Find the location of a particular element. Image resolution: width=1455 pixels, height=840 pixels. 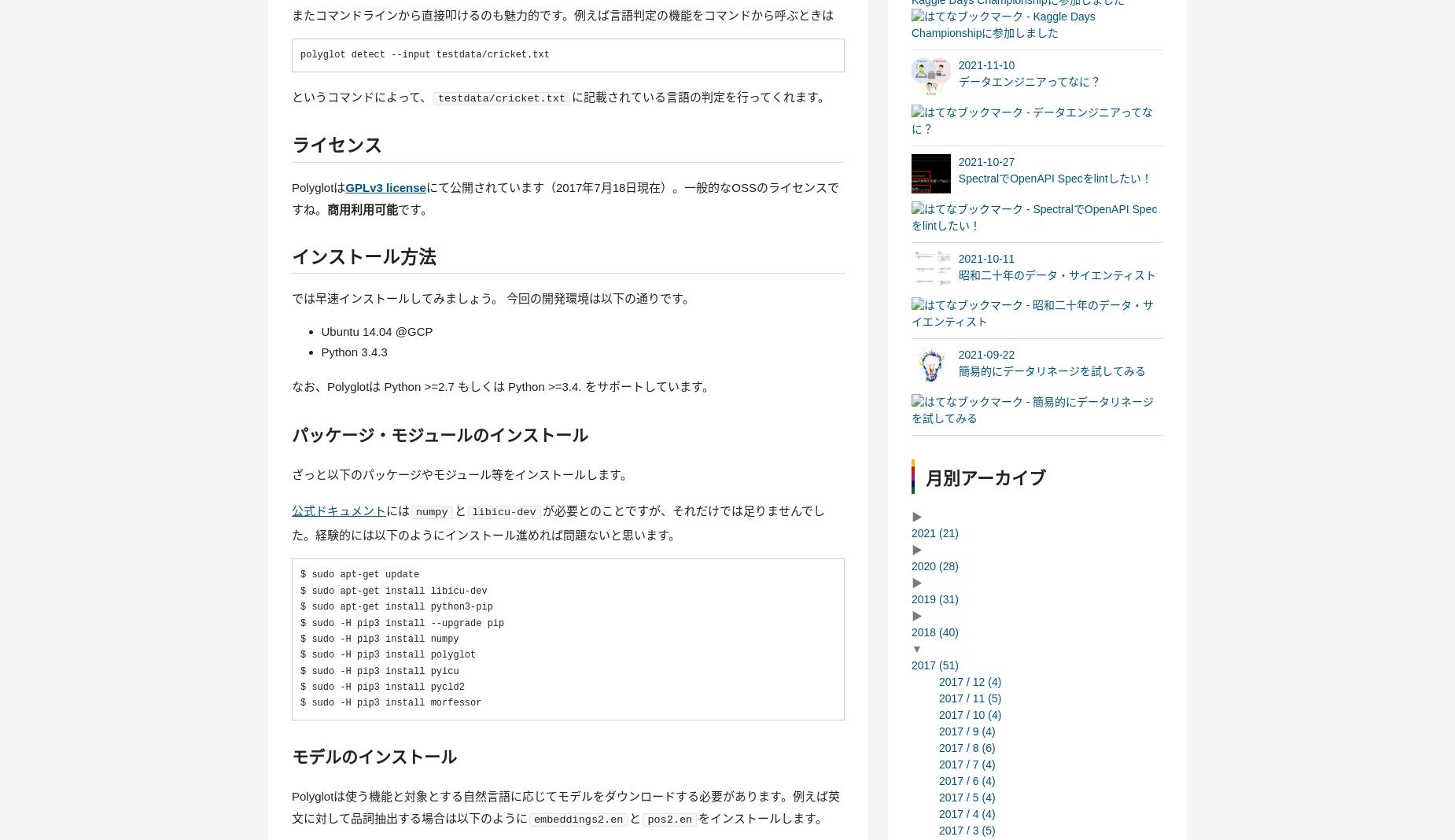

'numpy' is located at coordinates (432, 511).